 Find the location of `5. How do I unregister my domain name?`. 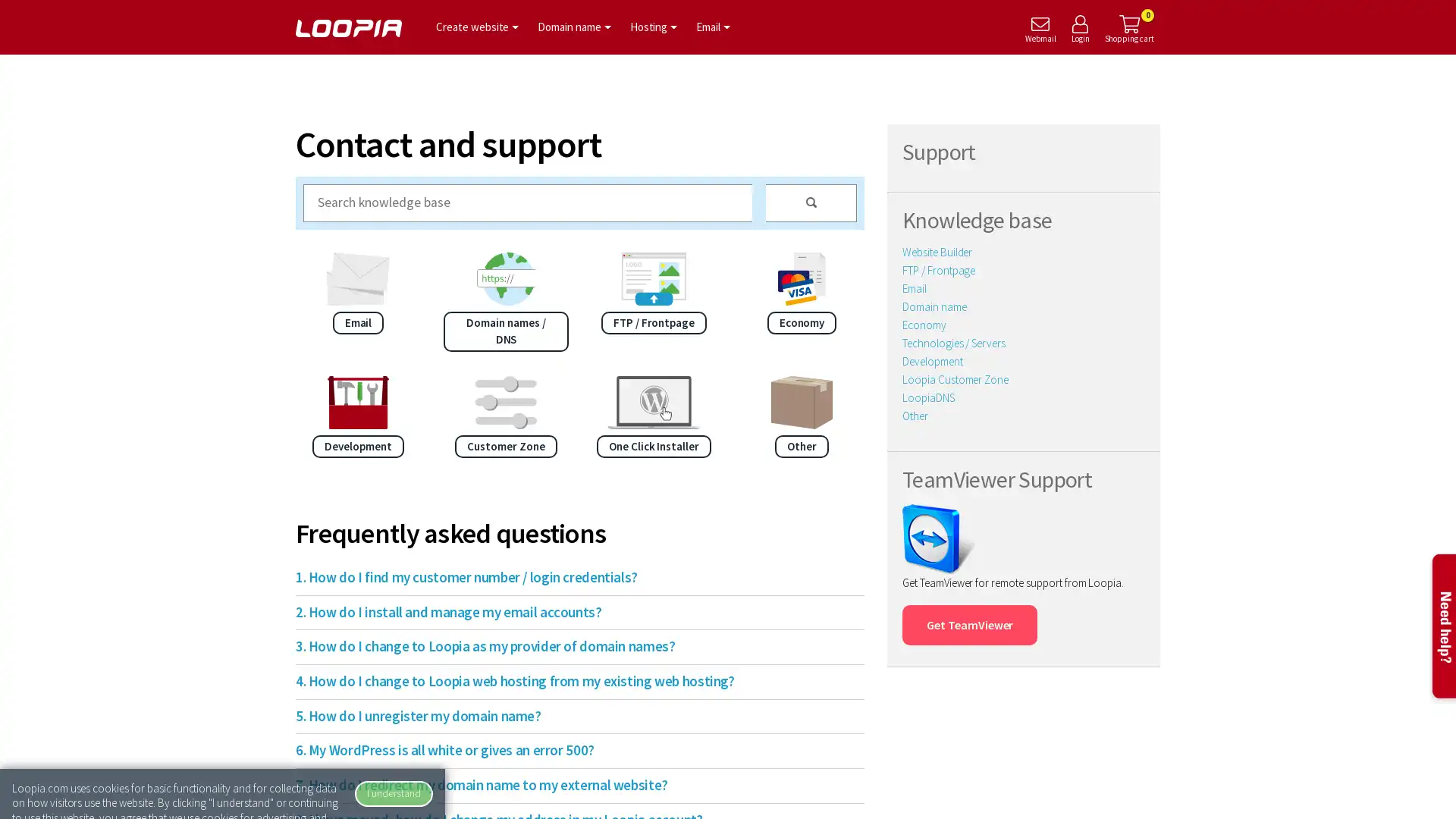

5. How do I unregister my domain name? is located at coordinates (571, 716).